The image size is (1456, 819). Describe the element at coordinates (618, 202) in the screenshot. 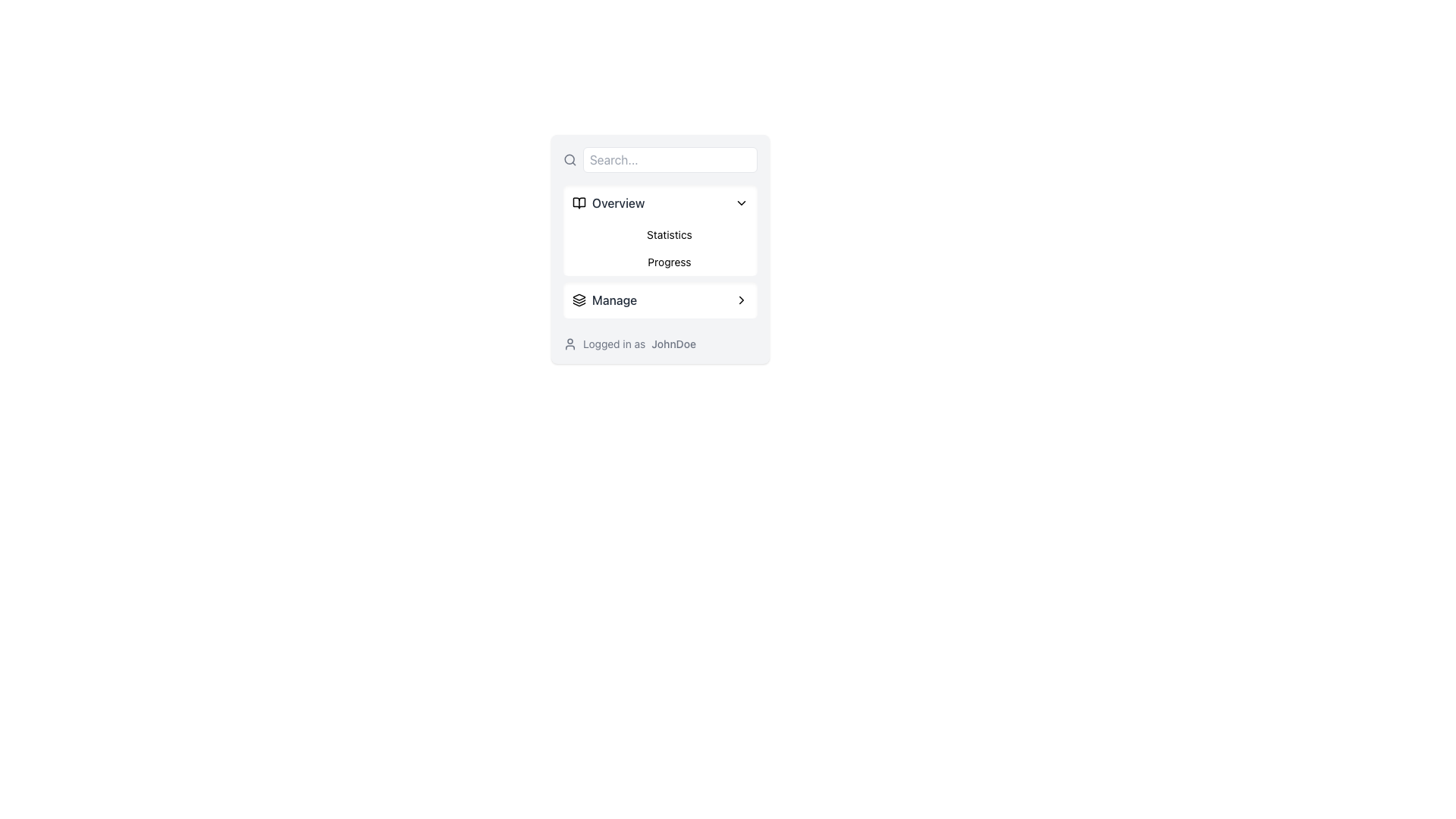

I see `the 'Overview' text label` at that location.